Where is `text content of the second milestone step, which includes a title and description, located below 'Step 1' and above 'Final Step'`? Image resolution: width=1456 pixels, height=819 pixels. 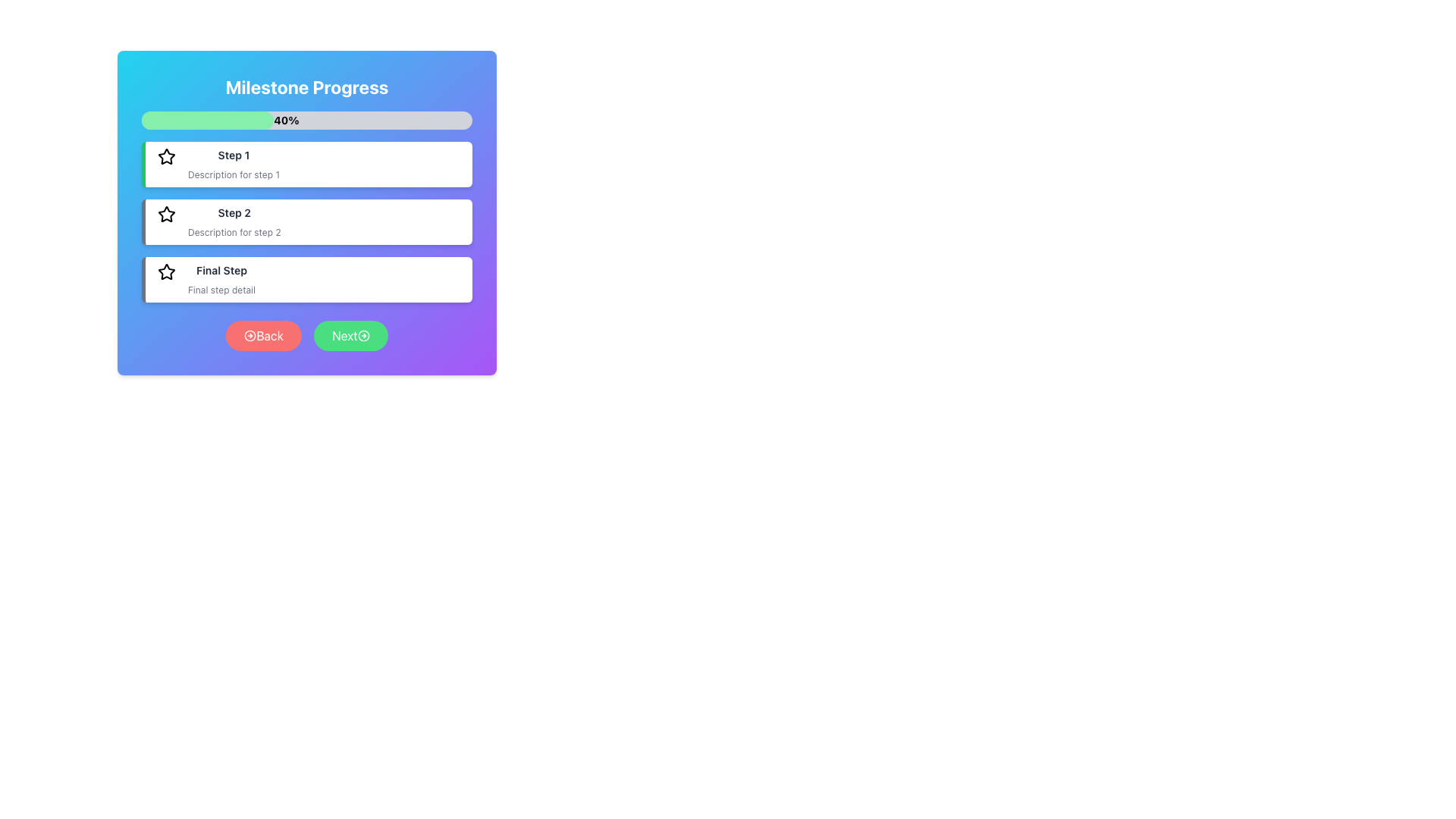
text content of the second milestone step, which includes a title and description, located below 'Step 1' and above 'Final Step' is located at coordinates (234, 222).